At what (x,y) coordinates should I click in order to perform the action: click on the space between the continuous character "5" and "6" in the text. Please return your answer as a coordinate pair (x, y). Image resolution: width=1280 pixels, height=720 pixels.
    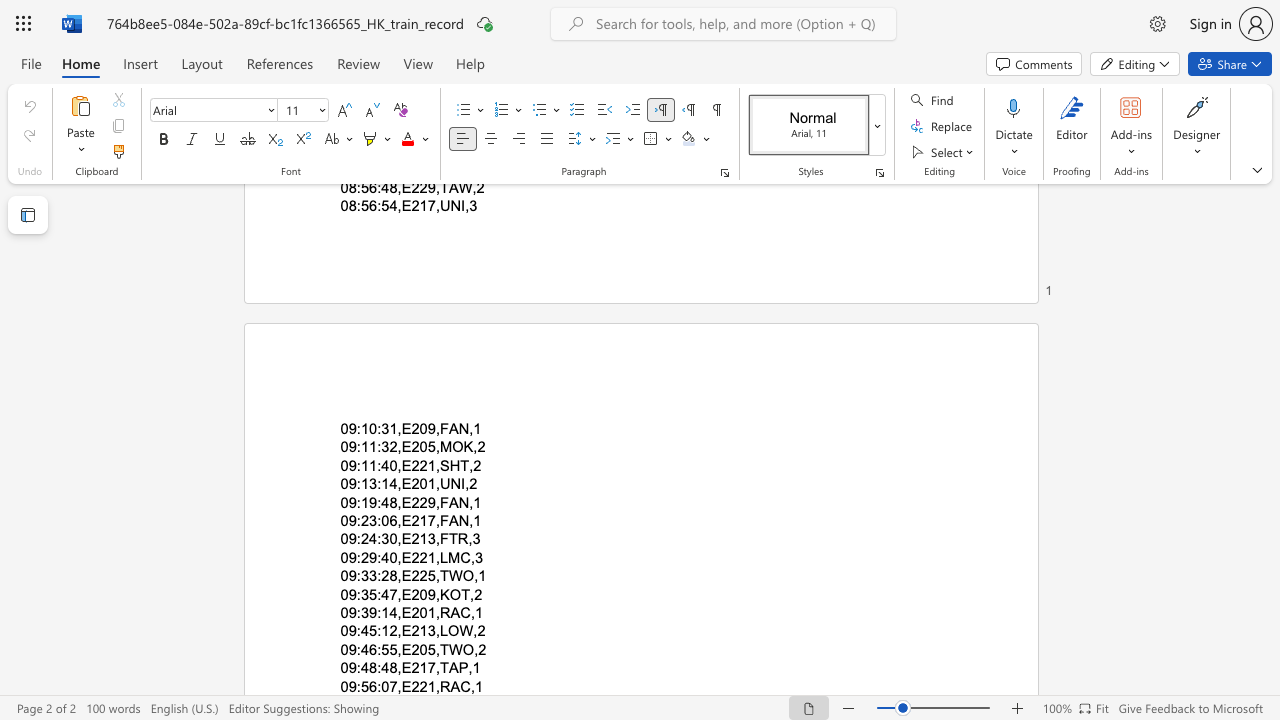
    Looking at the image, I should click on (369, 685).